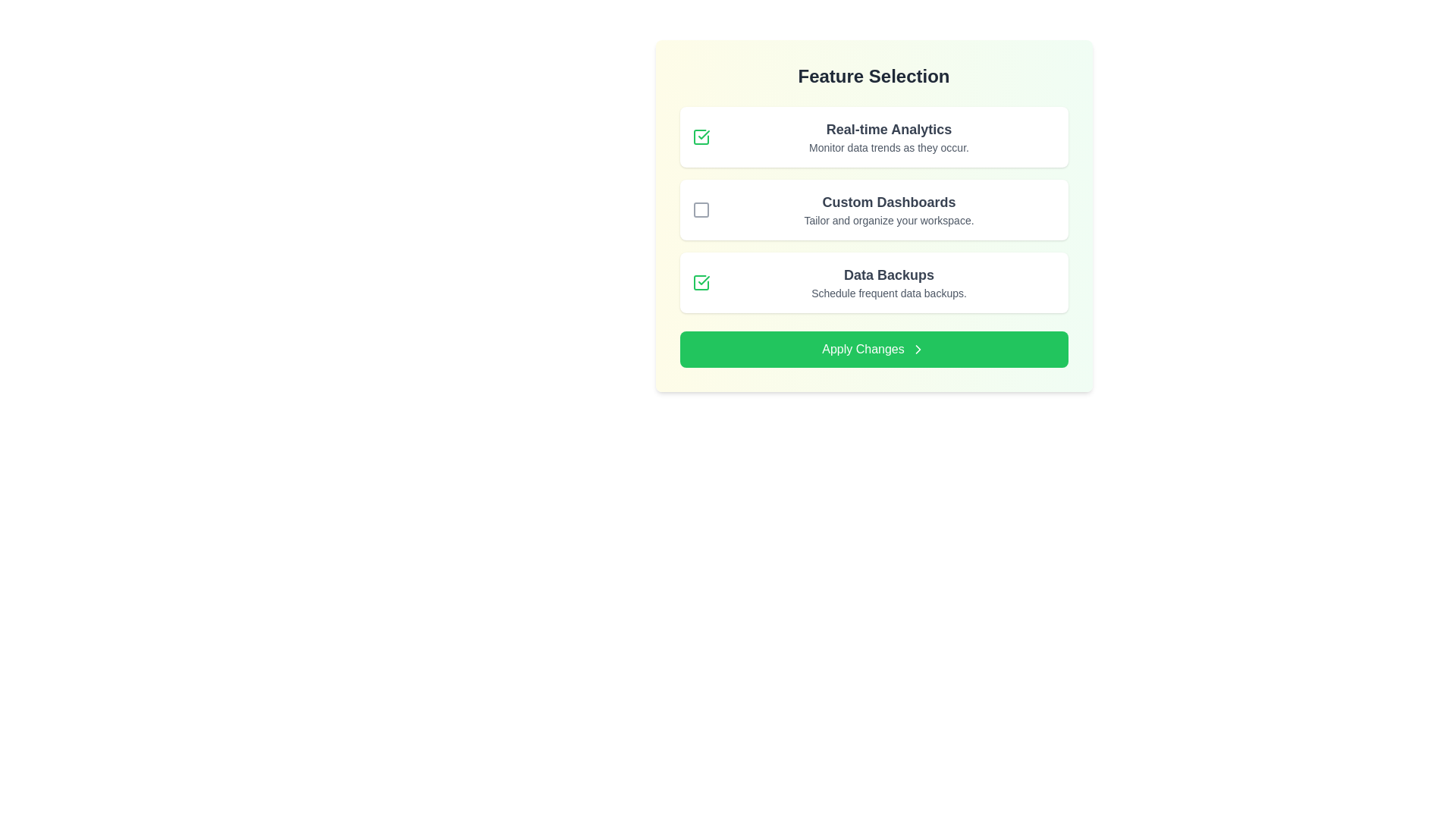  Describe the element at coordinates (889, 201) in the screenshot. I see `the Text label that serves as a header for the middle option in the feature selection interface, located between 'Real-time Analytics' and 'Tailor and organize your workspace.'` at that location.